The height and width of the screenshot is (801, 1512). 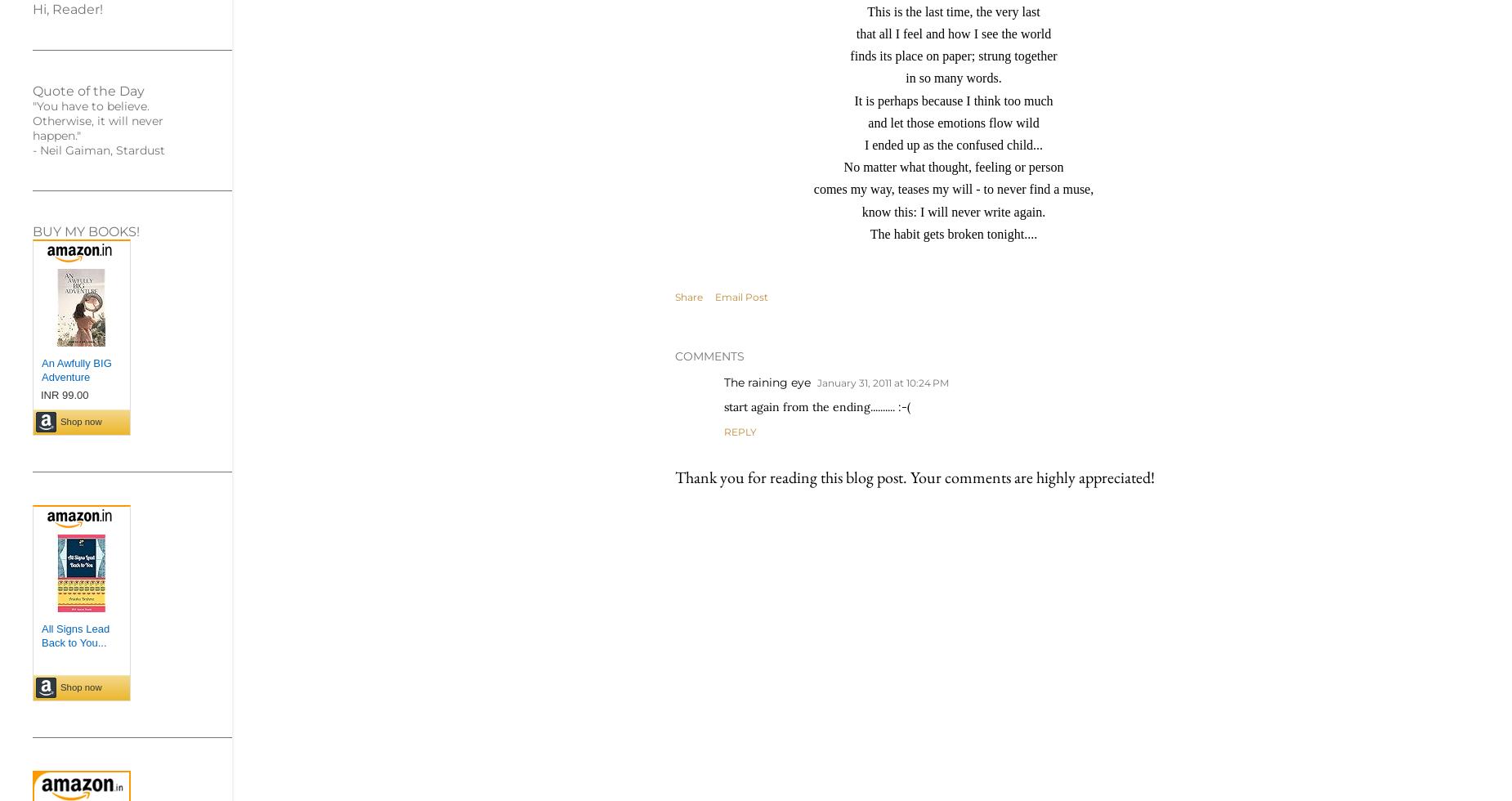 I want to click on 'and let those emotions flow wild', so click(x=952, y=122).